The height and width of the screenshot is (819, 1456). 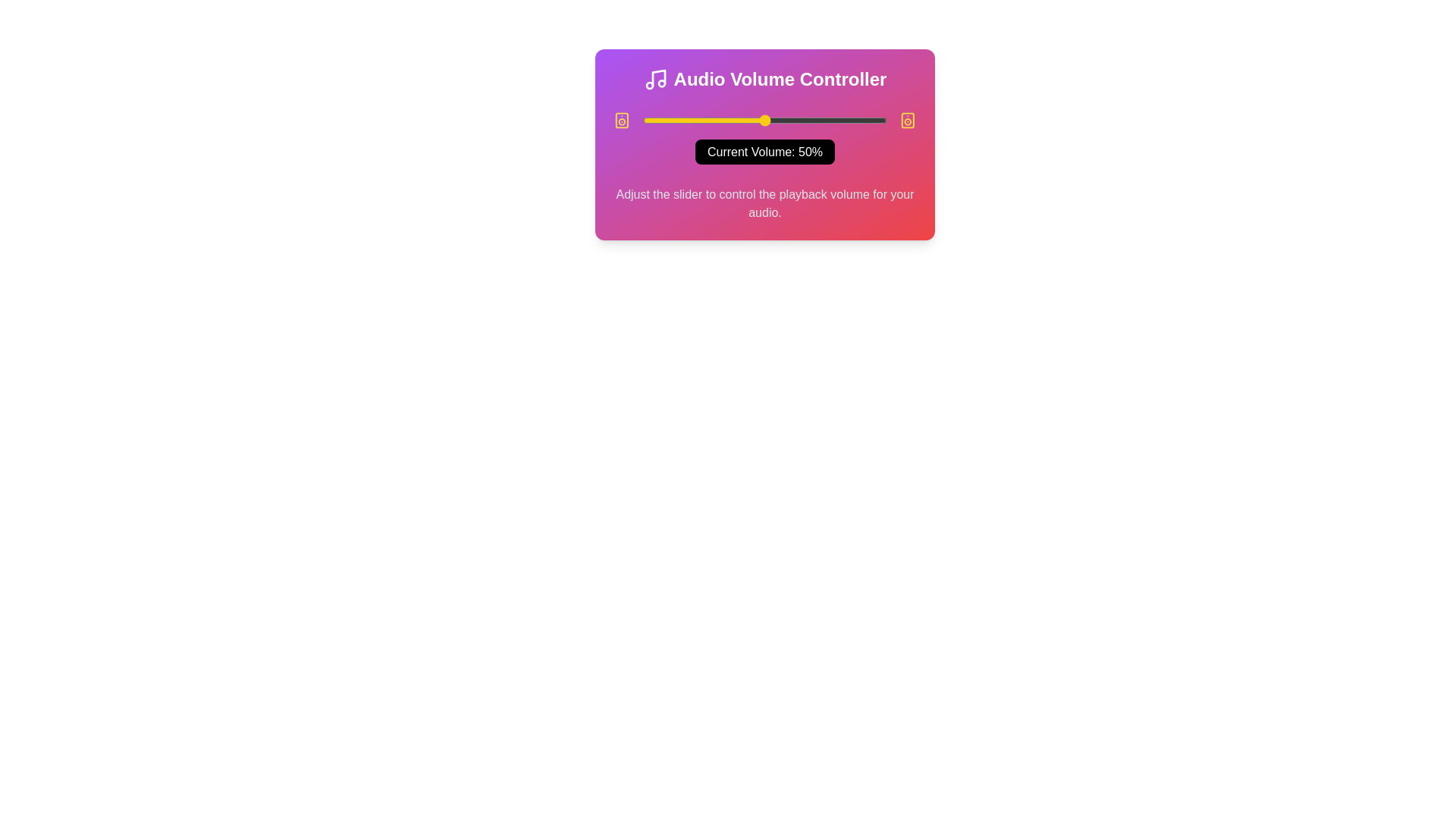 What do you see at coordinates (858, 119) in the screenshot?
I see `the slider to set the volume to 88%` at bounding box center [858, 119].